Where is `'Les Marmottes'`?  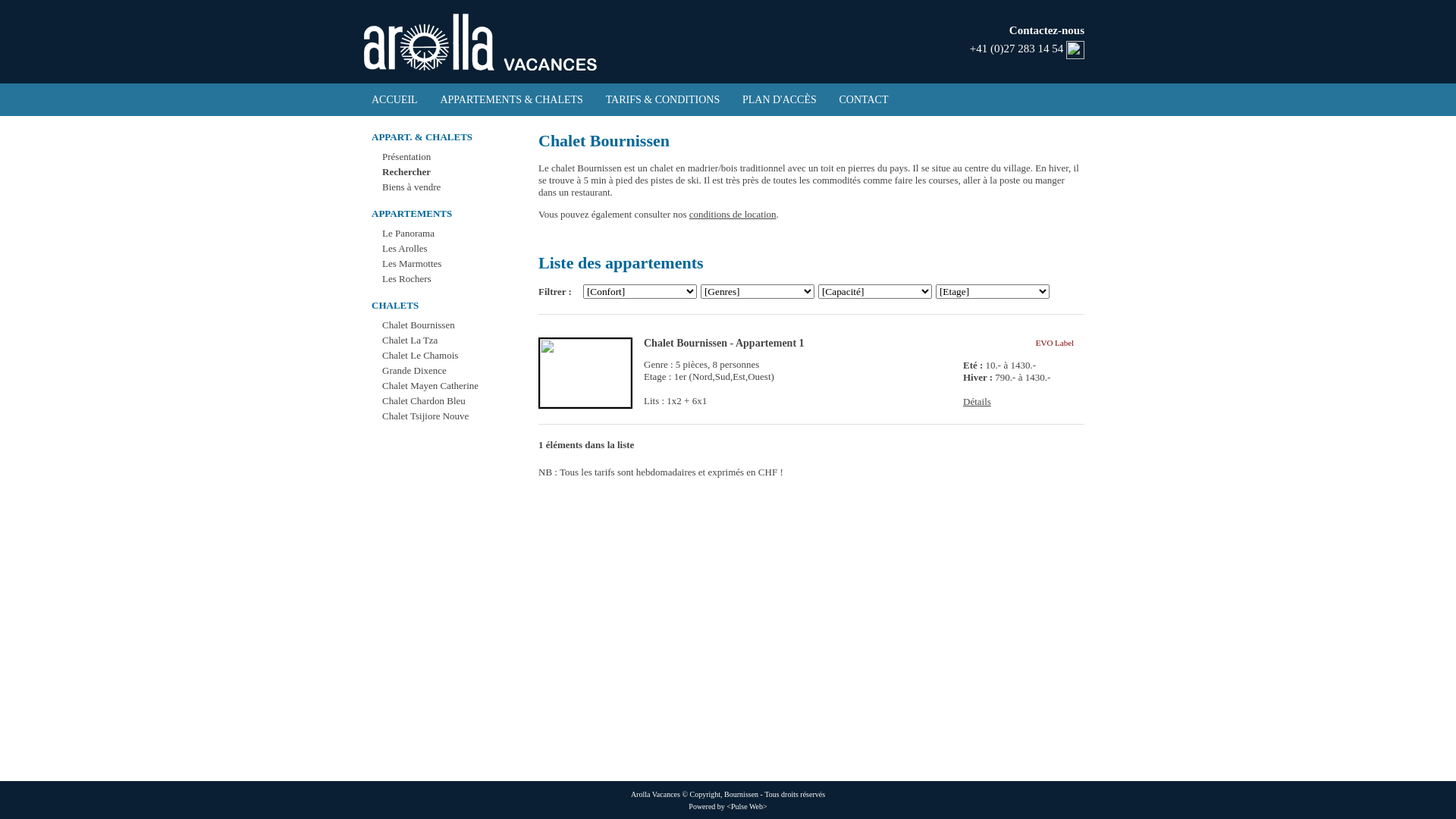
'Les Marmottes' is located at coordinates (382, 262).